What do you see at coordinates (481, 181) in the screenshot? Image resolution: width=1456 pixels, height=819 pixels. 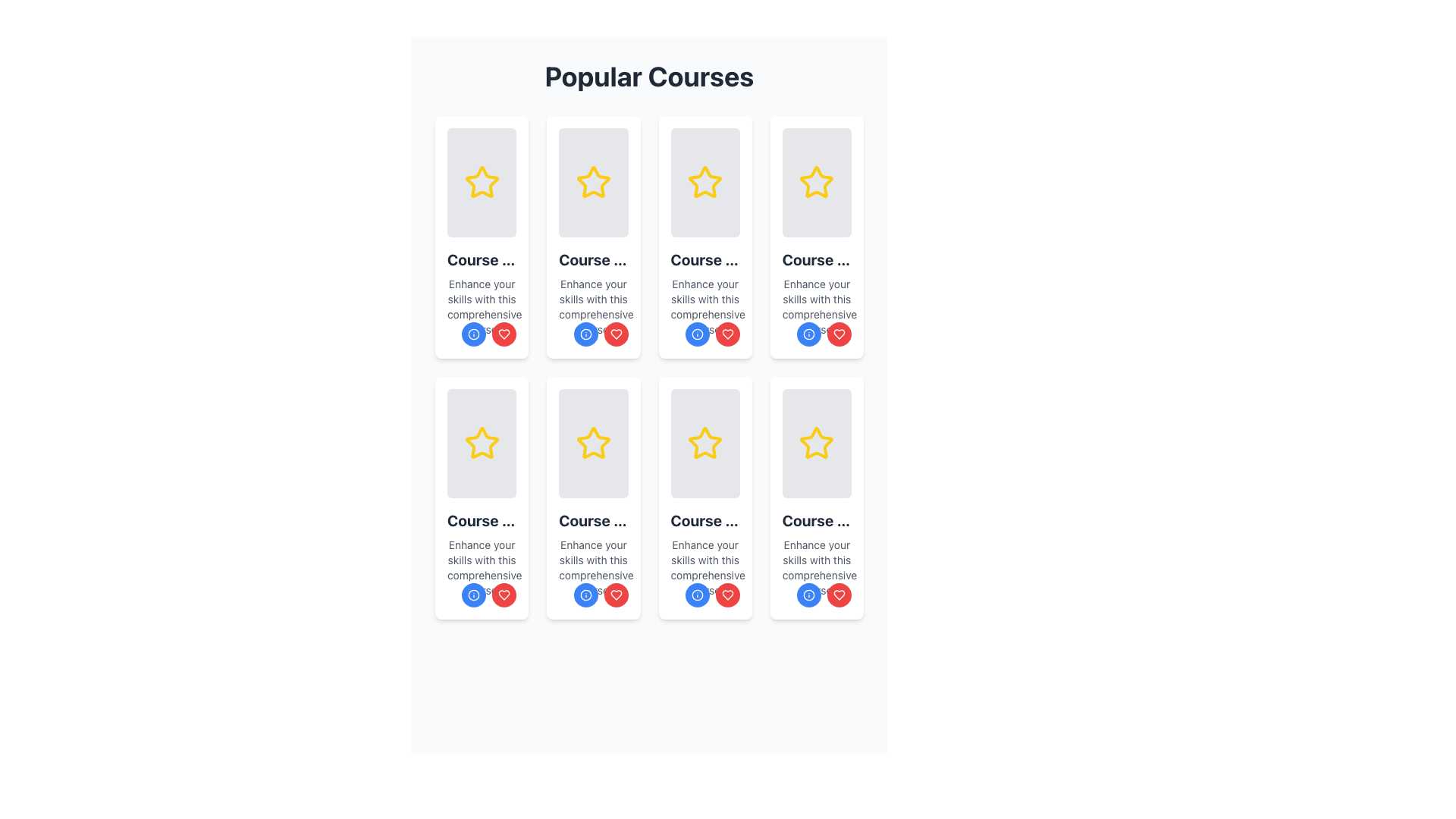 I see `the star-shaped icon with a yellow border located in the first card of the grid layout, below the 'Popular Courses' header` at bounding box center [481, 181].